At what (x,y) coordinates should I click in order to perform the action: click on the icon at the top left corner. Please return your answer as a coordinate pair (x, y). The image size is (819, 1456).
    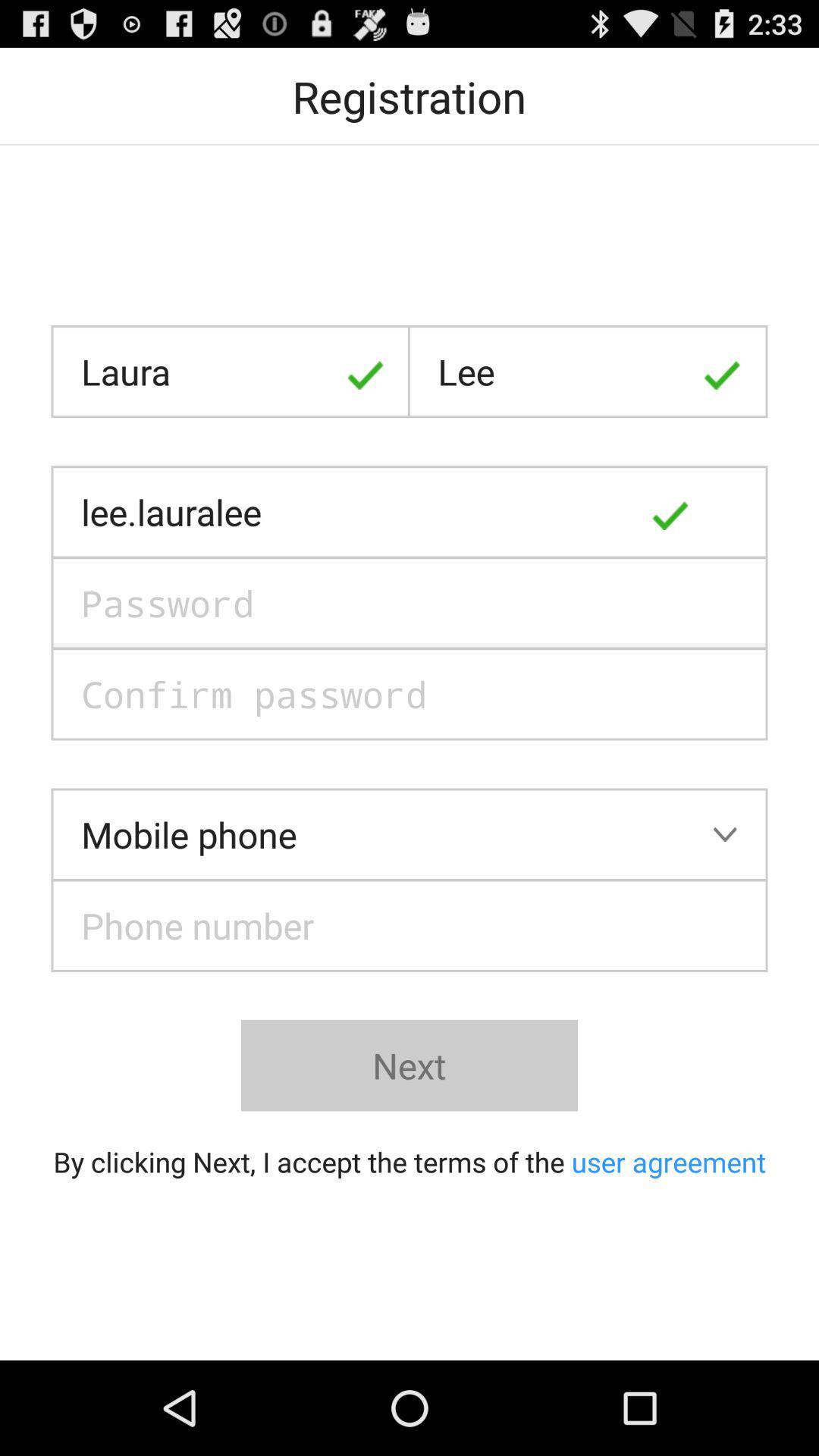
    Looking at the image, I should click on (231, 372).